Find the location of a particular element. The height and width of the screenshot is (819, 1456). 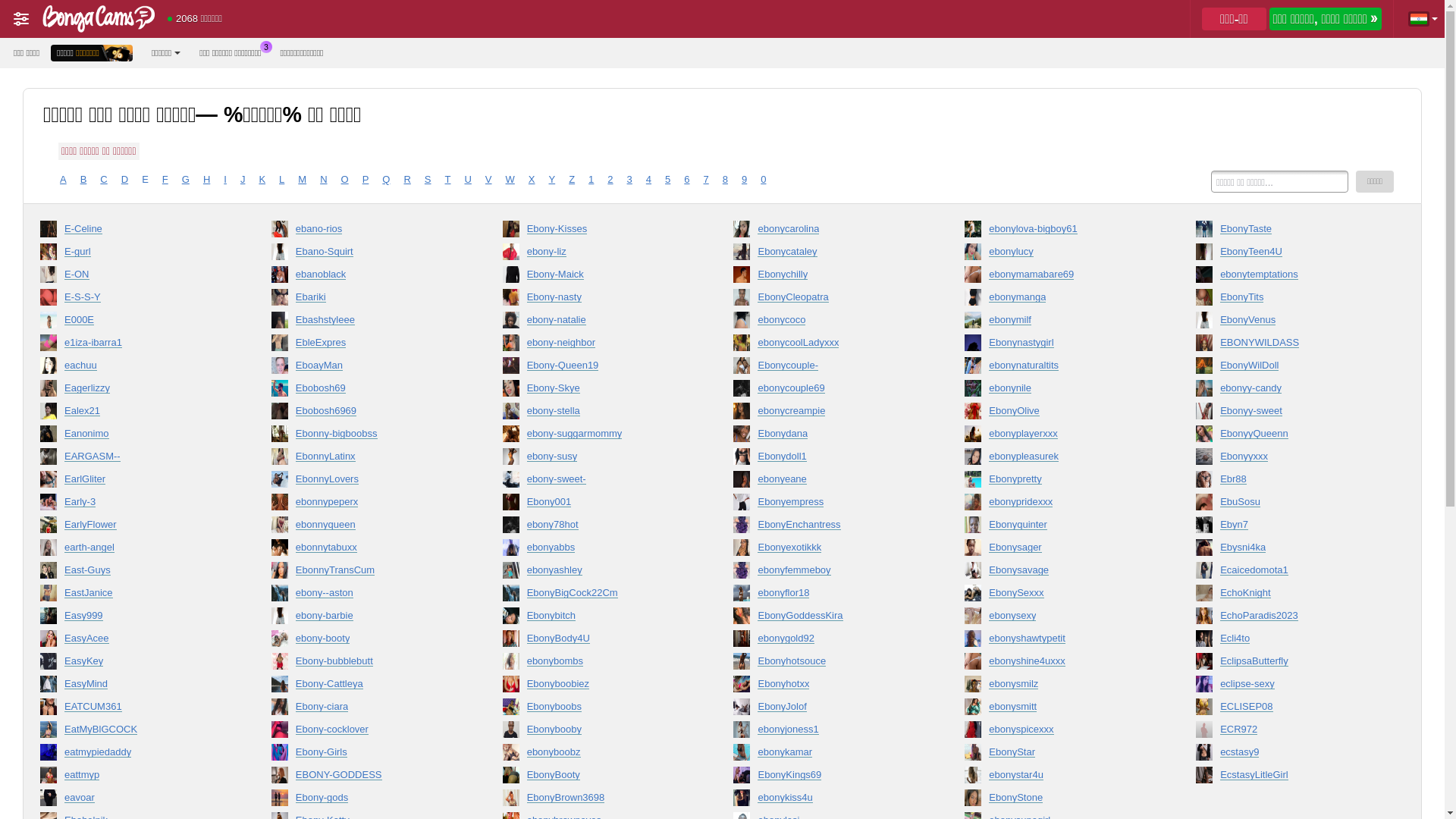

'Ebobosh69' is located at coordinates (365, 391).